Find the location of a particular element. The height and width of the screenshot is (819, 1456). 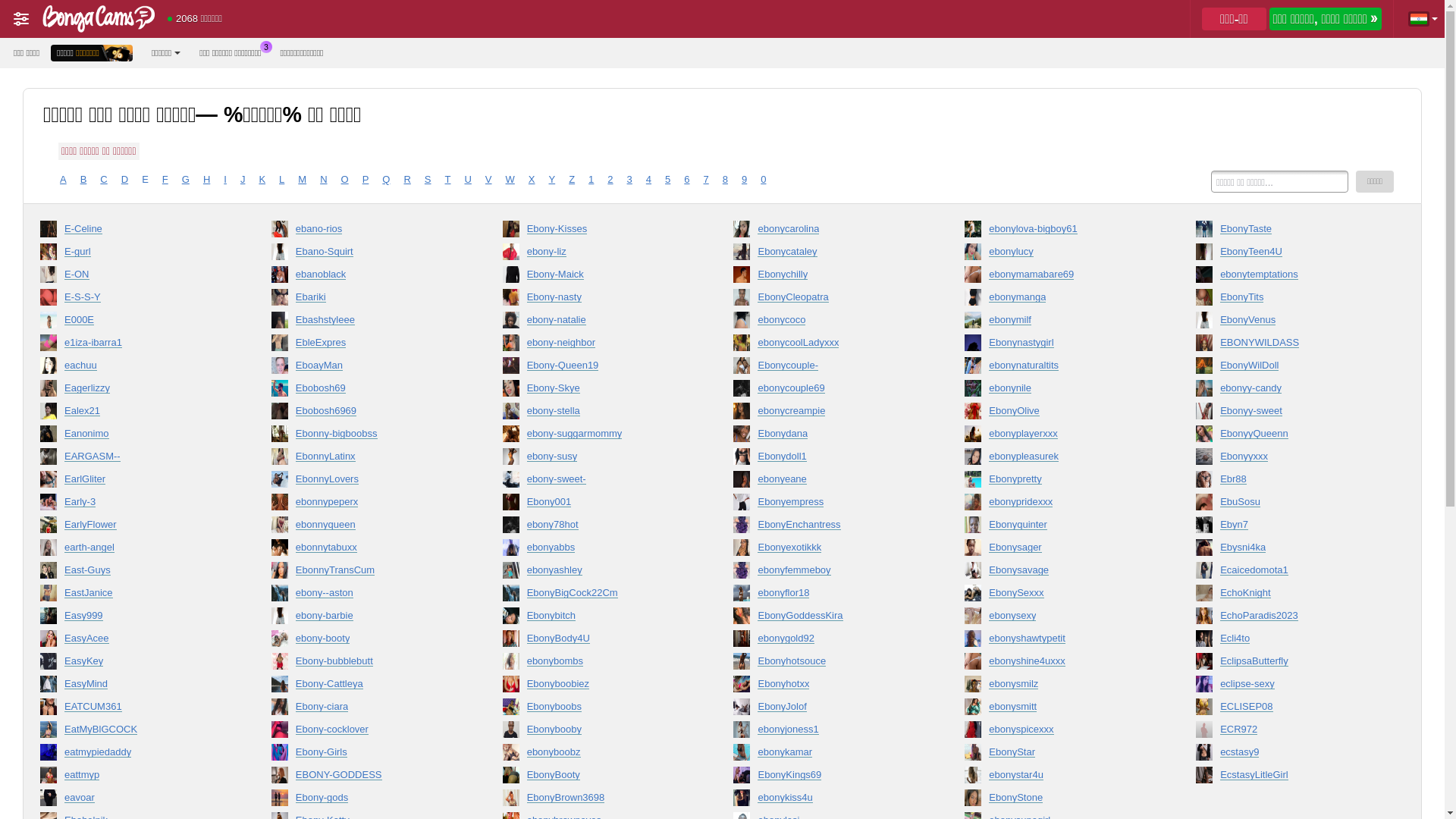

'Ebobosh69' is located at coordinates (365, 391).